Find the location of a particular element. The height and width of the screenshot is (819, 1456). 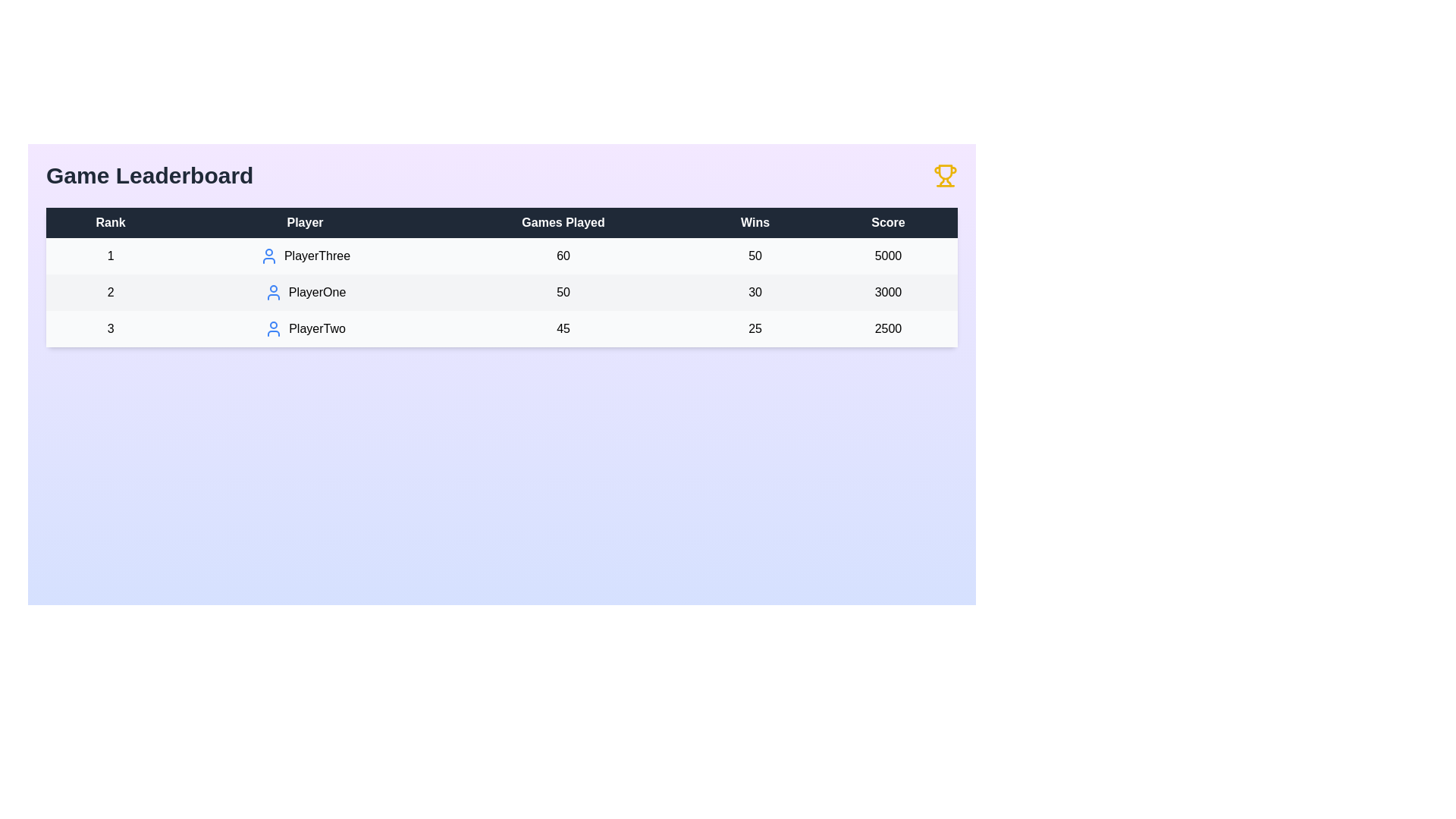

the first row of the leaderboard table is located at coordinates (502, 256).